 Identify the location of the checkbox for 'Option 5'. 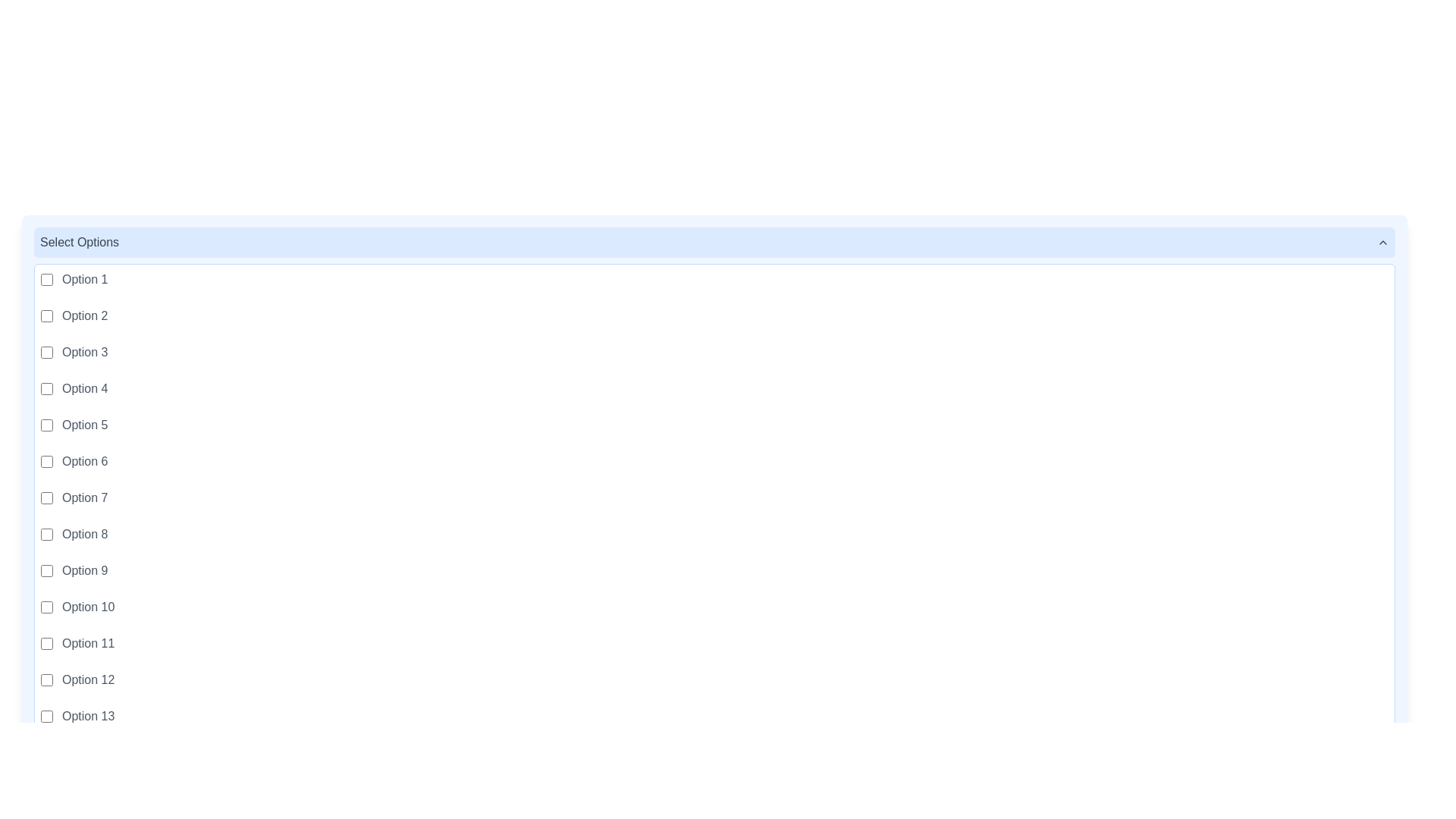
(47, 425).